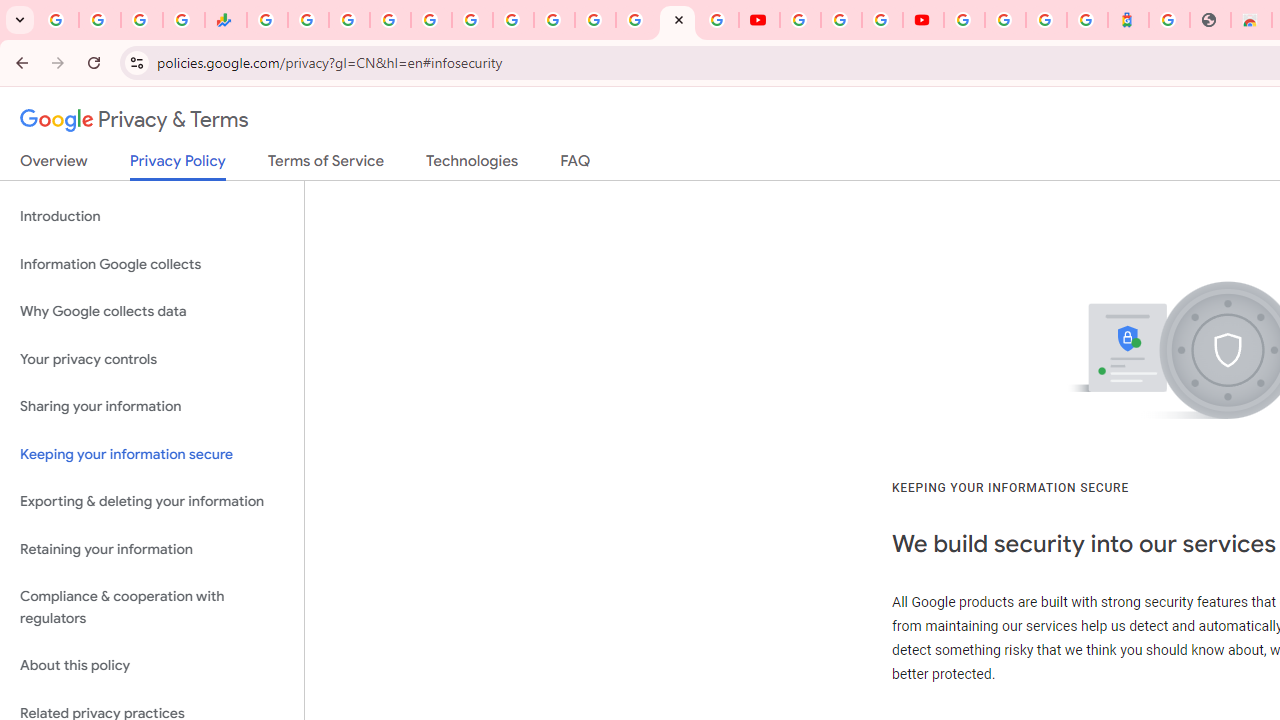 This screenshot has width=1280, height=720. I want to click on 'Keeping your information secure', so click(151, 454).